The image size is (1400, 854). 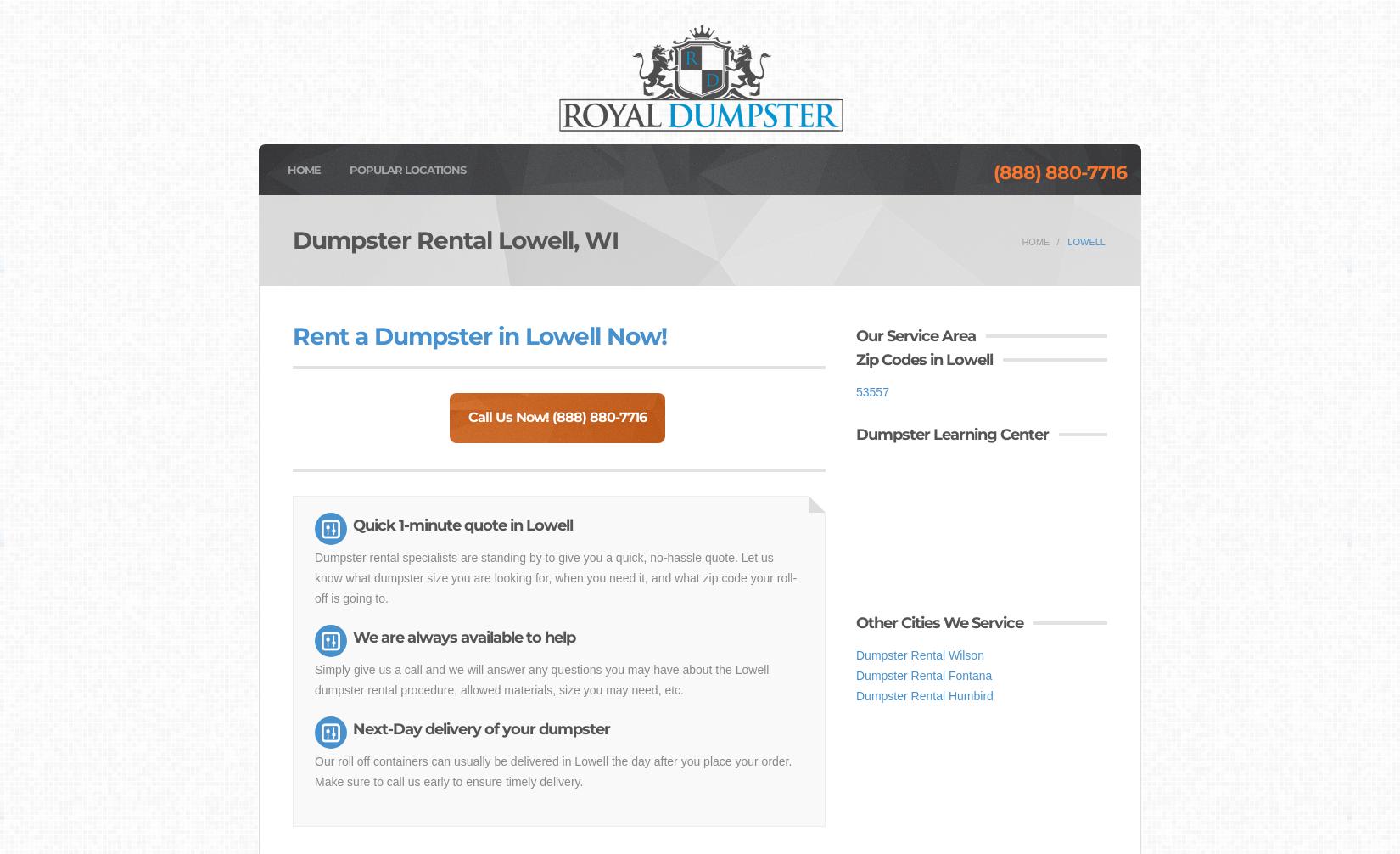 I want to click on 'We are always available to help', so click(x=462, y=637).